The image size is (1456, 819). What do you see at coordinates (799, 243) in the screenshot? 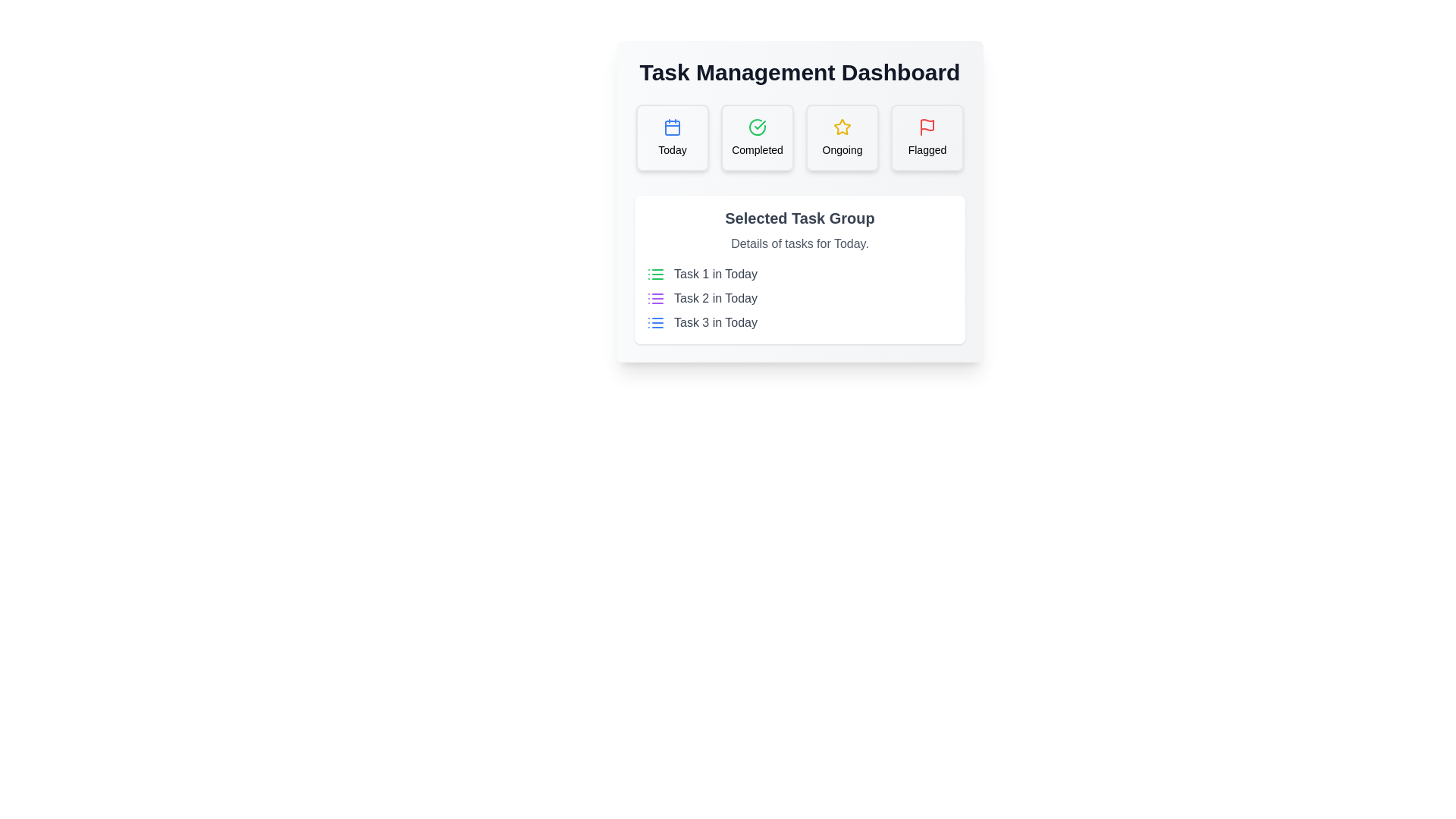
I see `the text label displaying 'Details of tasks for Today.' which is located below the title 'Selected Task Group' in the task management dashboard` at bounding box center [799, 243].